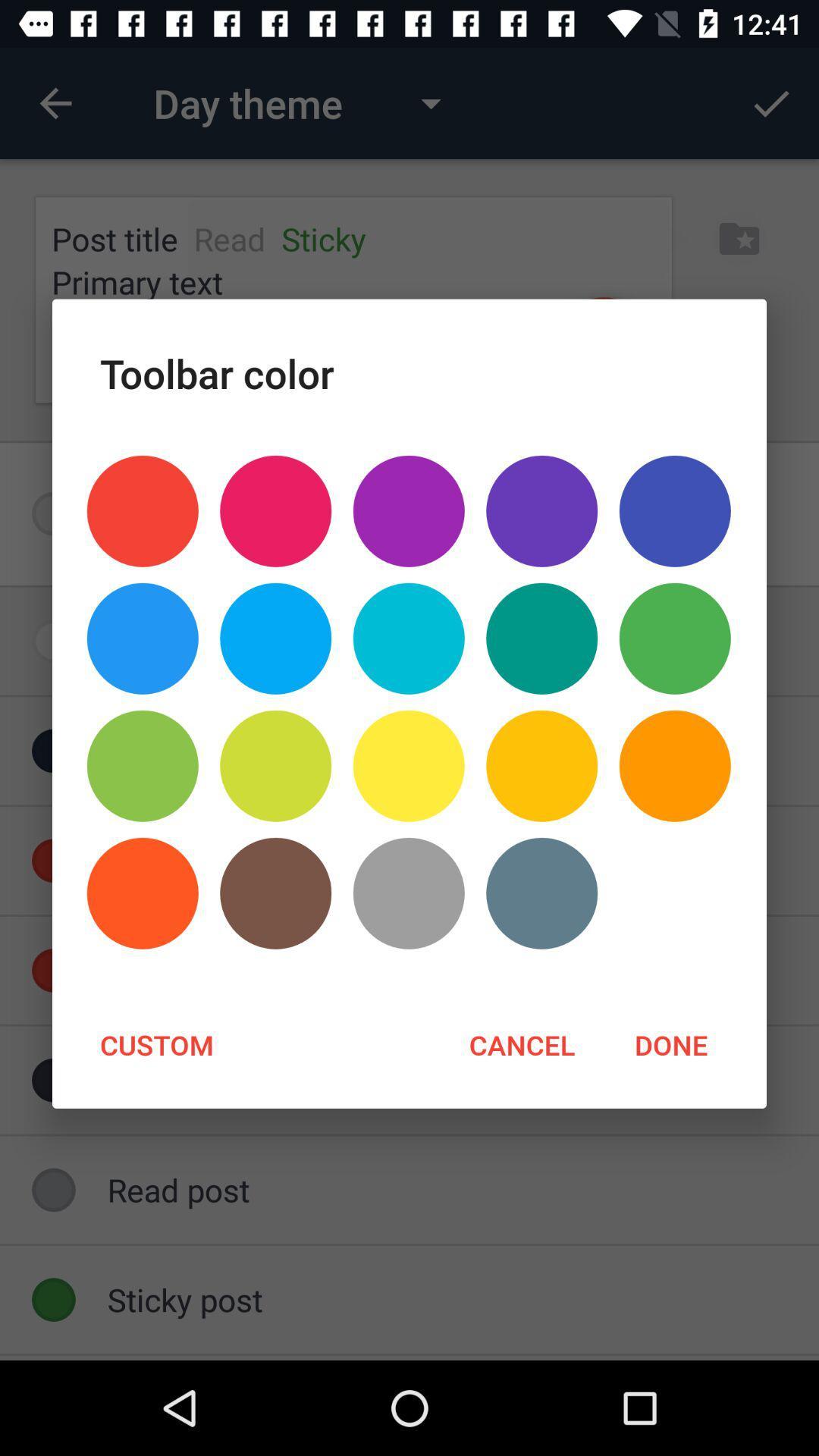 The image size is (819, 1456). Describe the element at coordinates (157, 1043) in the screenshot. I see `the icon next to cancel icon` at that location.